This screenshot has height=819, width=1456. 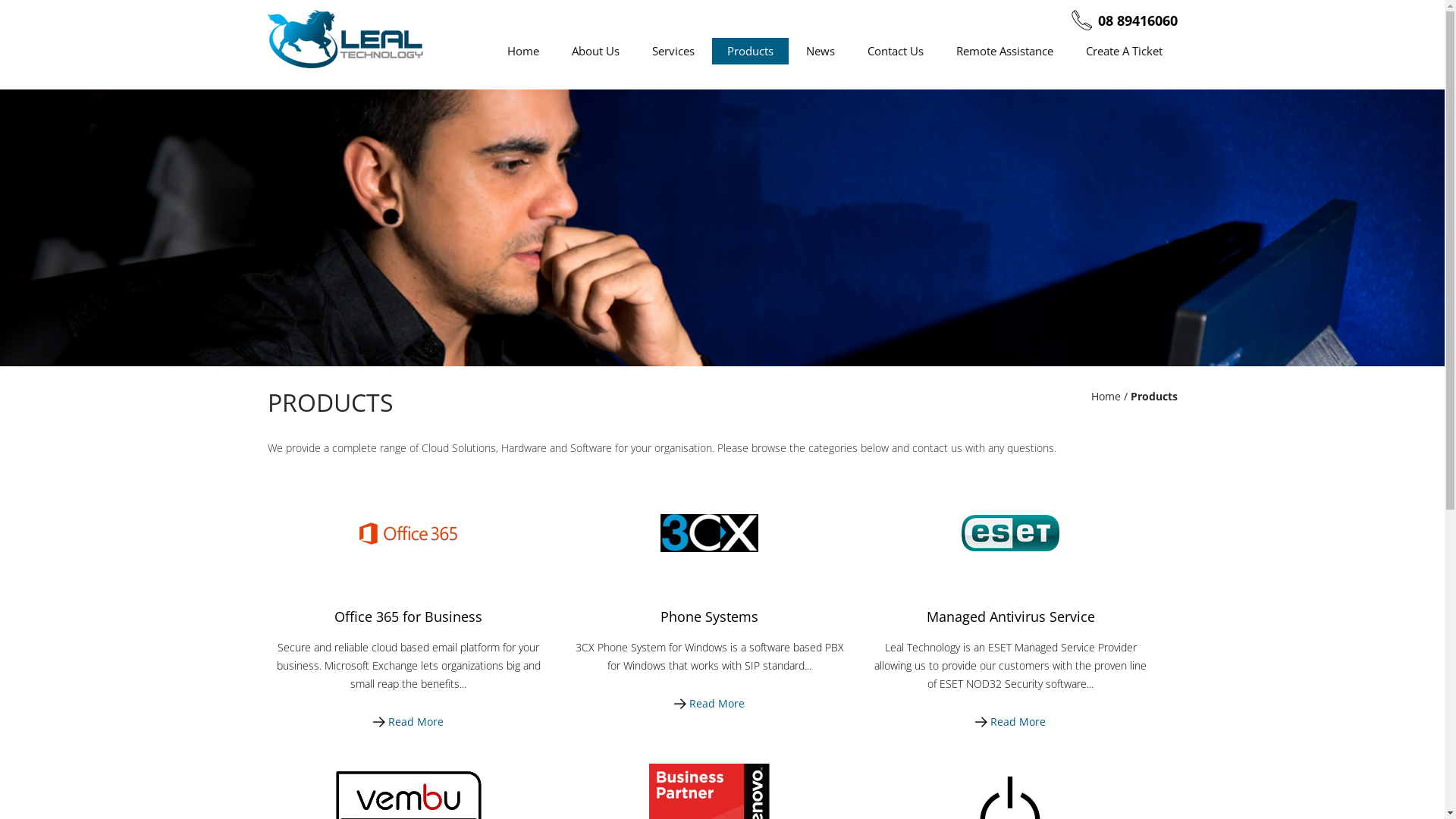 What do you see at coordinates (595, 50) in the screenshot?
I see `'About Us'` at bounding box center [595, 50].